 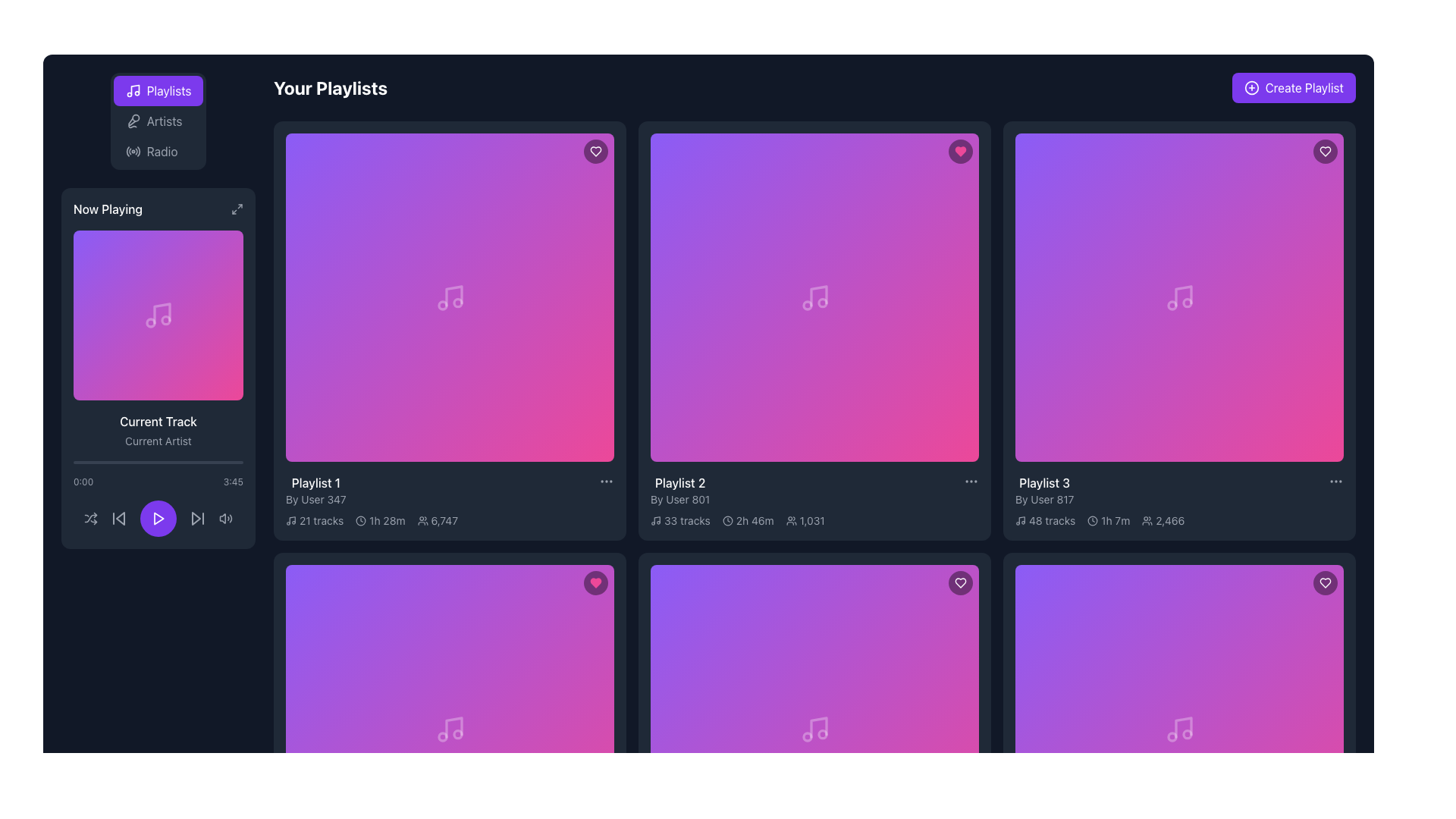 I want to click on the graphical component represented by a circle icon, which is part of the music note icon in the top-left playlist card, so click(x=441, y=305).